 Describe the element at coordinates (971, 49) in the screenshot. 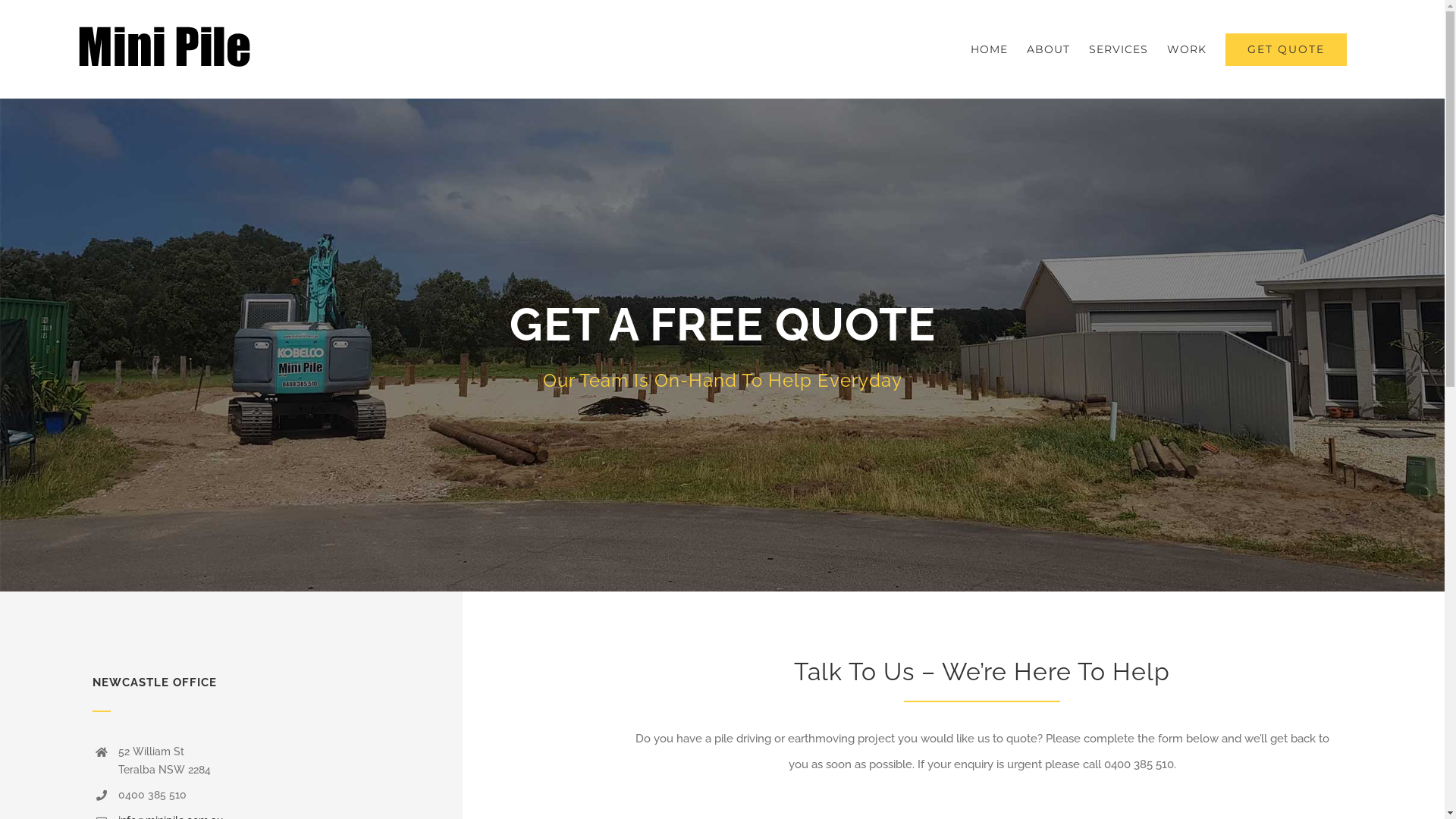

I see `'HOME'` at that location.